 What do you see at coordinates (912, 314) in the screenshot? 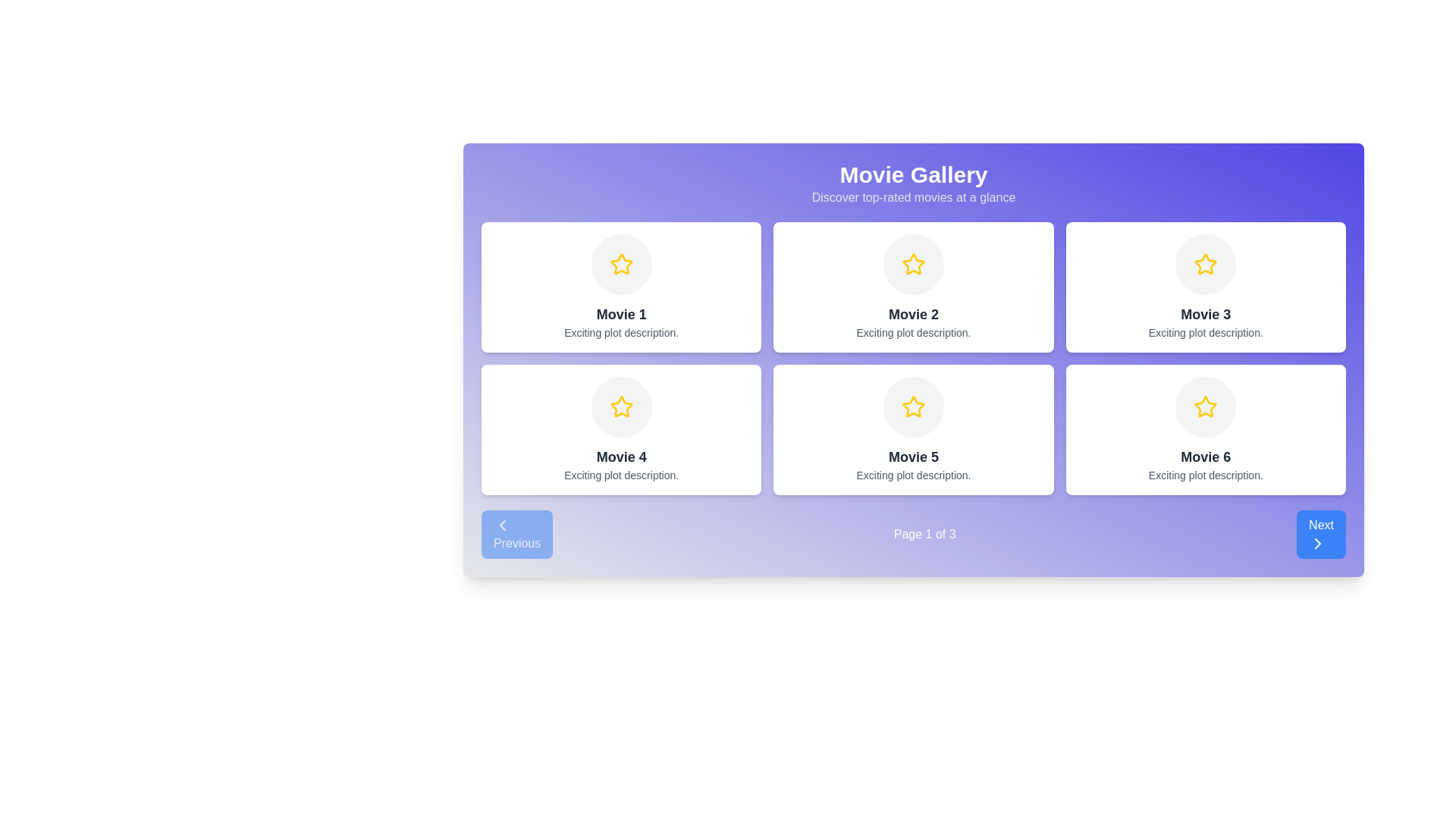
I see `the text label displaying 'Movie 2' in bold and large font, located at the center of the second movie card in the grid layout` at bounding box center [912, 314].